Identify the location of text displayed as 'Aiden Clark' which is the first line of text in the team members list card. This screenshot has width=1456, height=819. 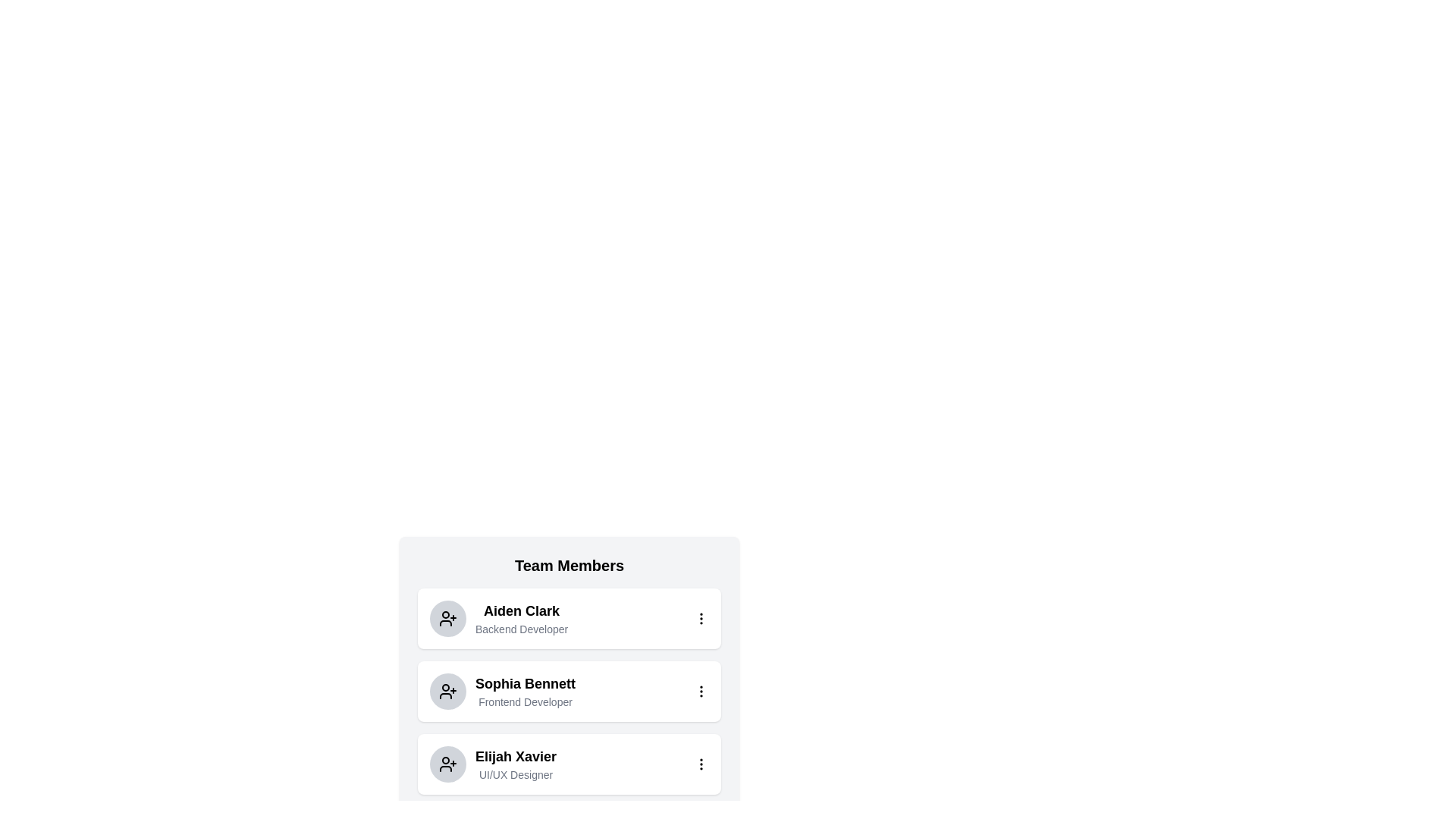
(522, 610).